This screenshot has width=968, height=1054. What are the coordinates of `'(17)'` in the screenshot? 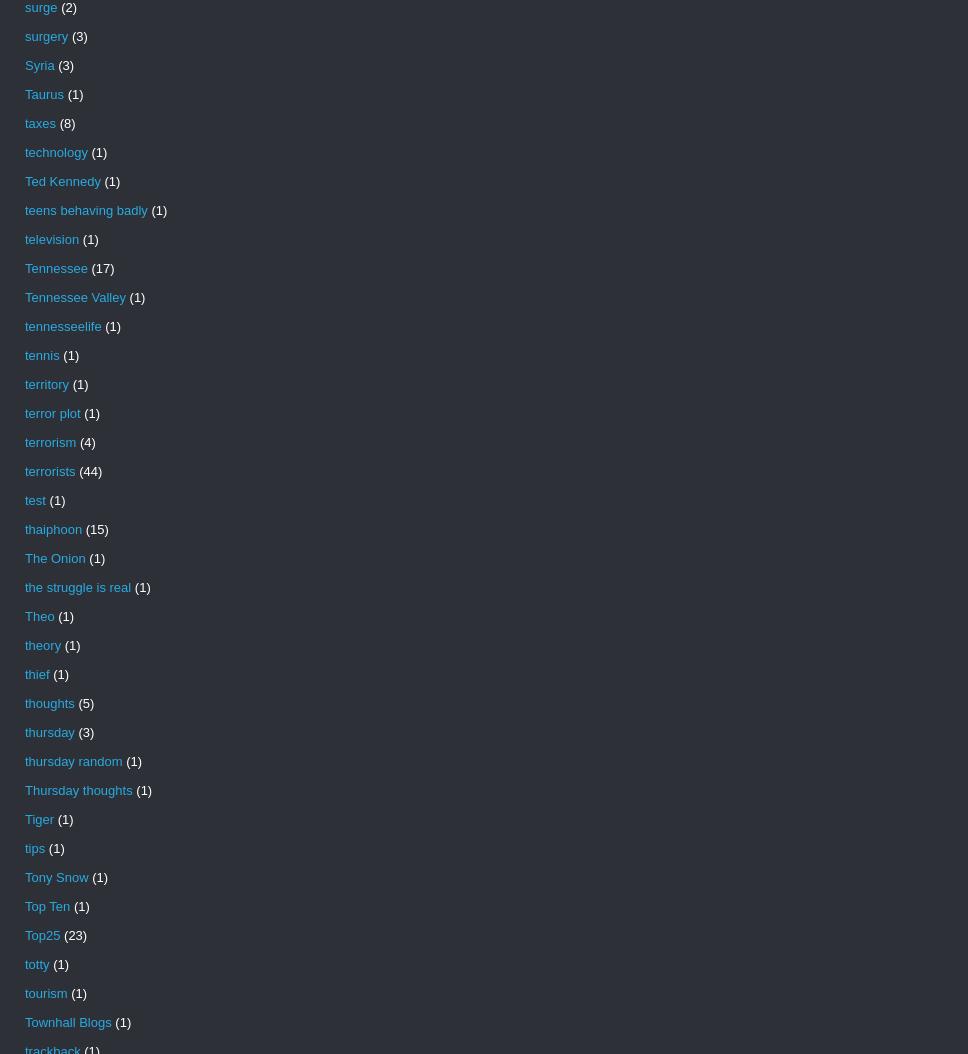 It's located at (90, 267).